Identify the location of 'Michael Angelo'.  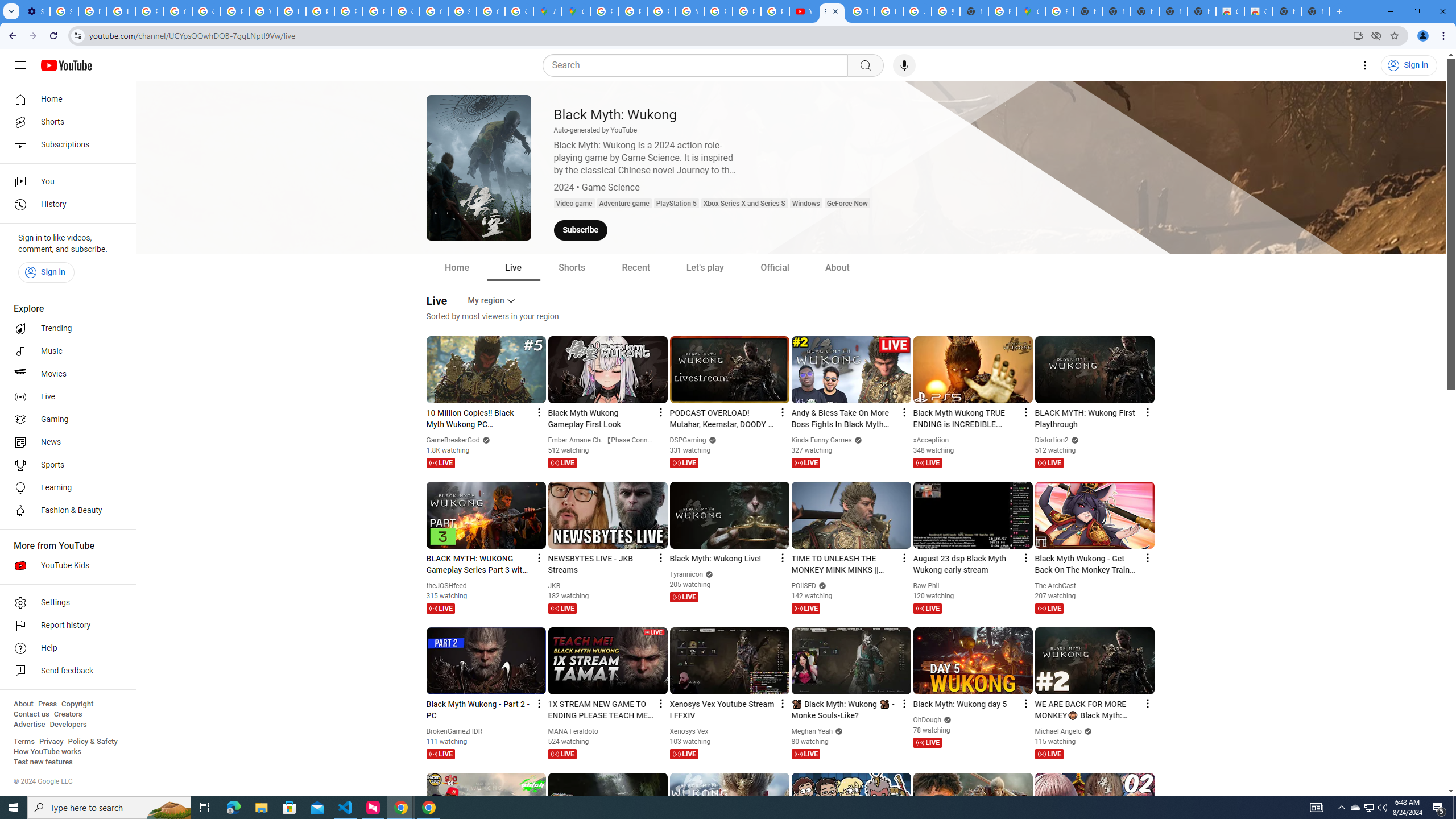
(1059, 730).